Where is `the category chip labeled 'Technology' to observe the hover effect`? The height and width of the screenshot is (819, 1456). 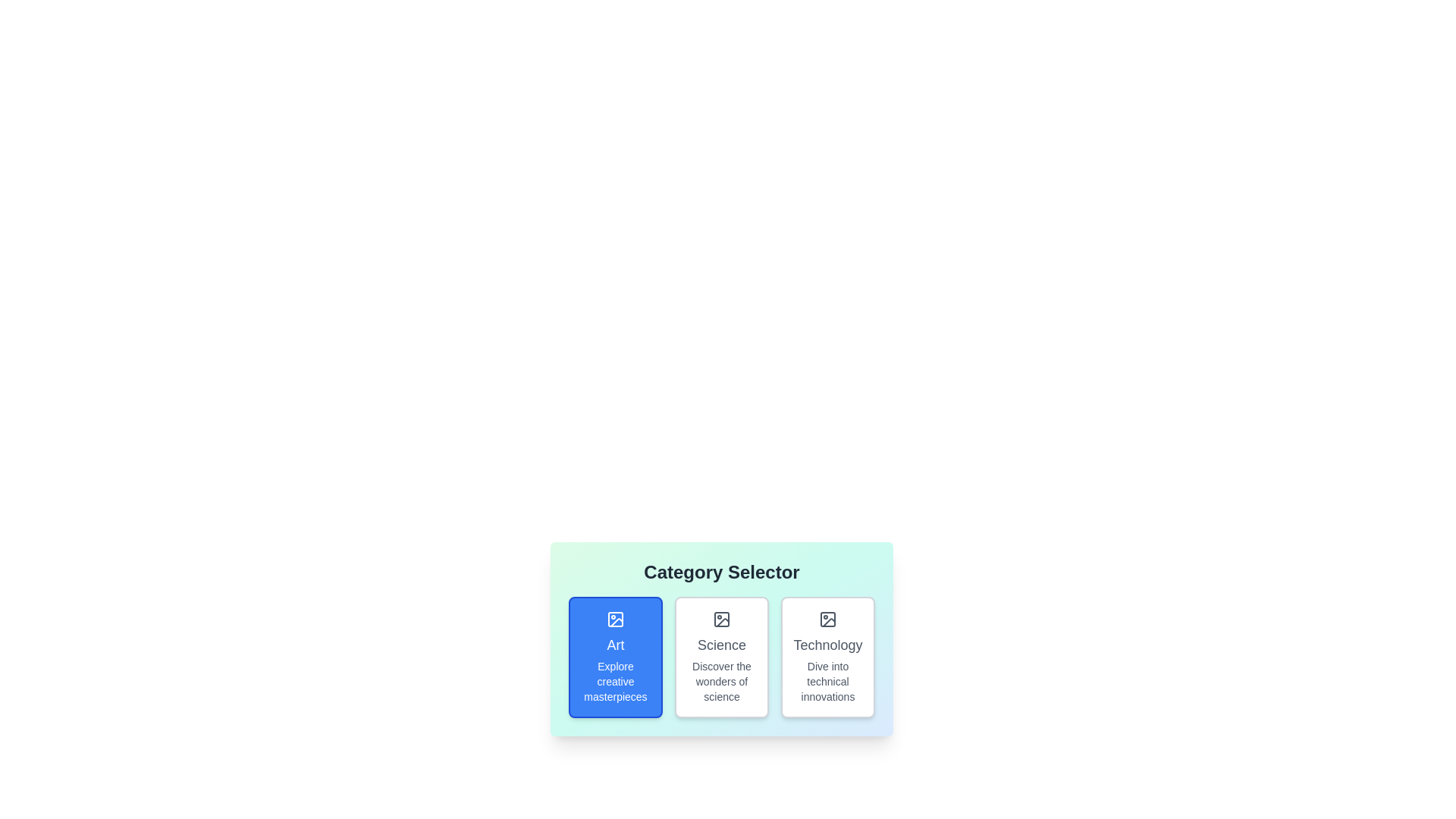 the category chip labeled 'Technology' to observe the hover effect is located at coordinates (827, 657).